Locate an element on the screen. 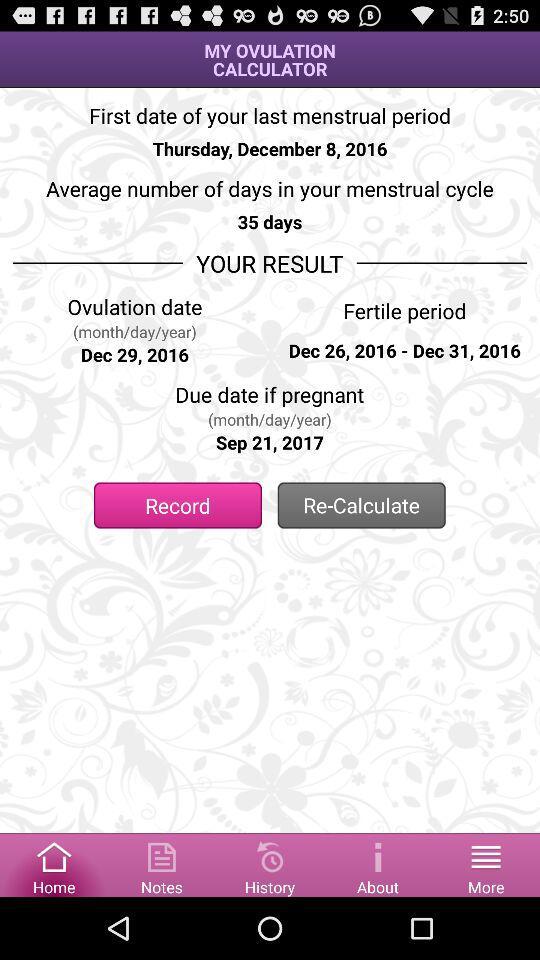  home button is located at coordinates (54, 863).